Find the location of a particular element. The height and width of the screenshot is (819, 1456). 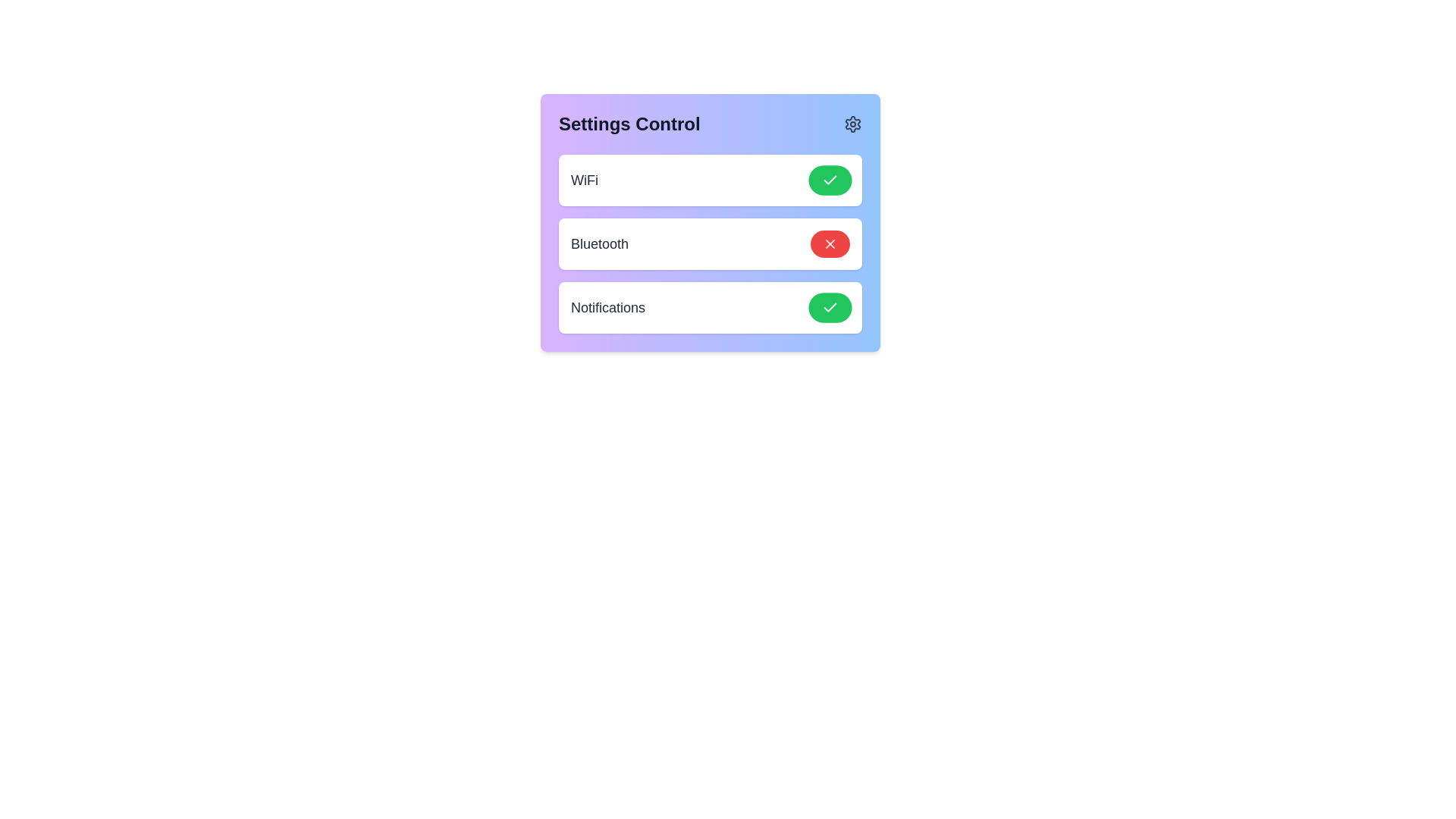

the text element WiFi is located at coordinates (584, 180).